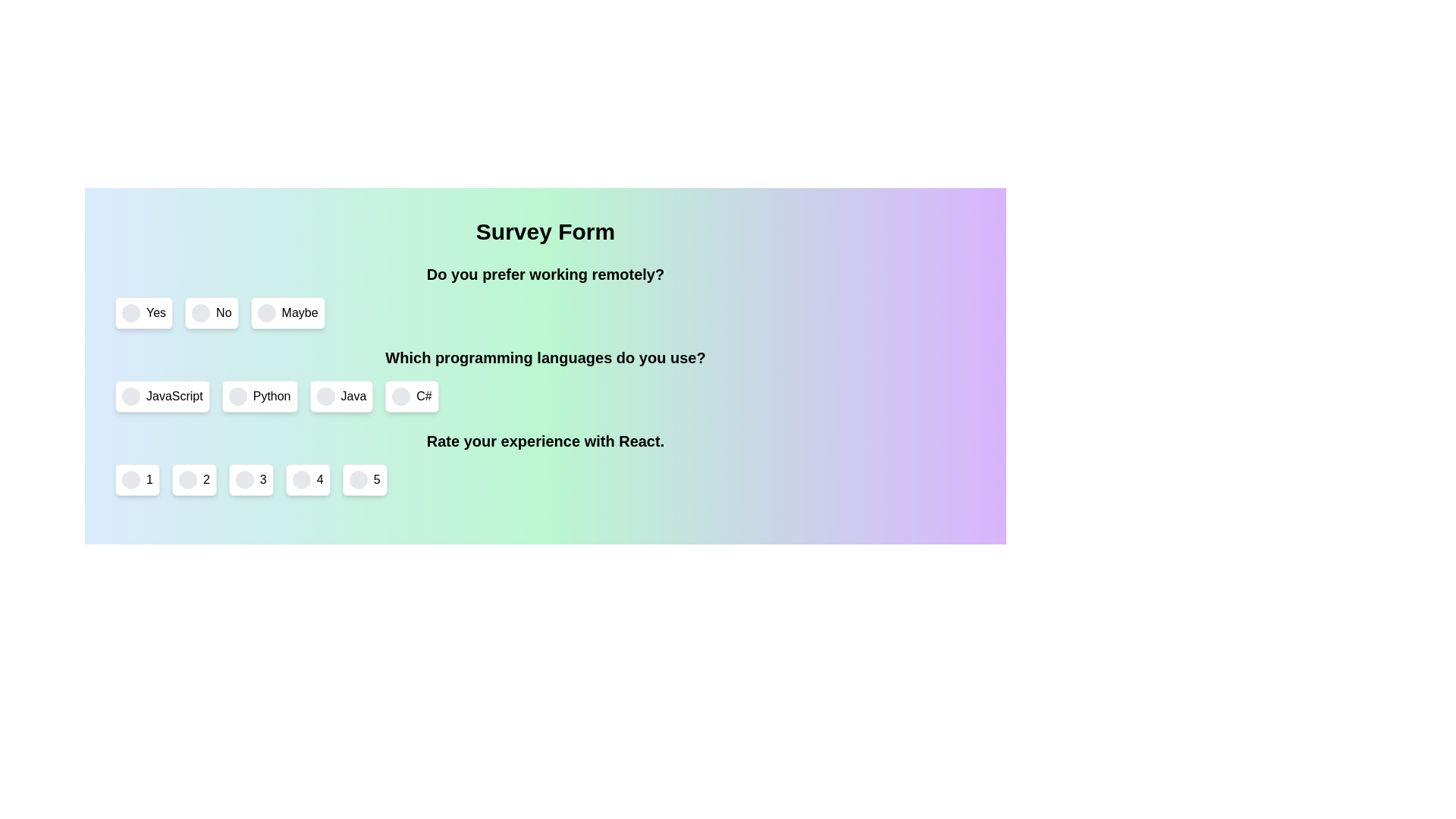 The height and width of the screenshot is (819, 1456). Describe the element at coordinates (162, 396) in the screenshot. I see `the 'JavaScript' selectable button in the section labeled 'Which programming languages do you use?'` at that location.